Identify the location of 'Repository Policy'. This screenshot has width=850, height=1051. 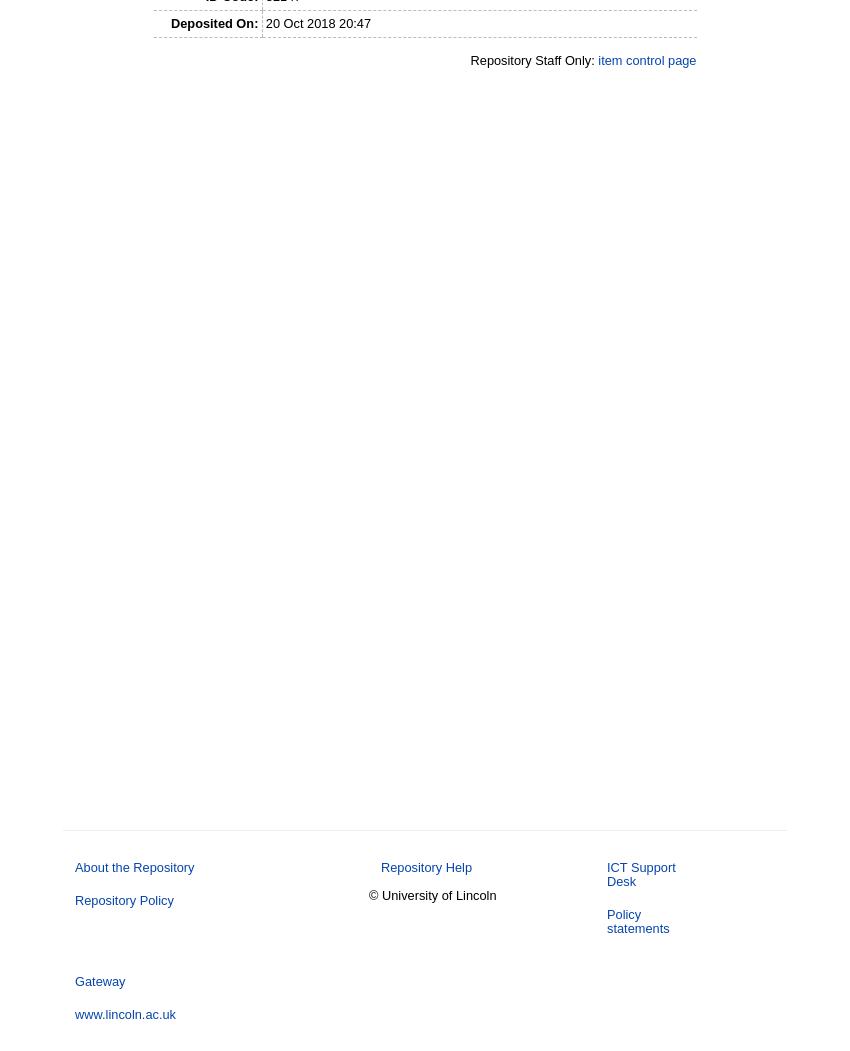
(123, 900).